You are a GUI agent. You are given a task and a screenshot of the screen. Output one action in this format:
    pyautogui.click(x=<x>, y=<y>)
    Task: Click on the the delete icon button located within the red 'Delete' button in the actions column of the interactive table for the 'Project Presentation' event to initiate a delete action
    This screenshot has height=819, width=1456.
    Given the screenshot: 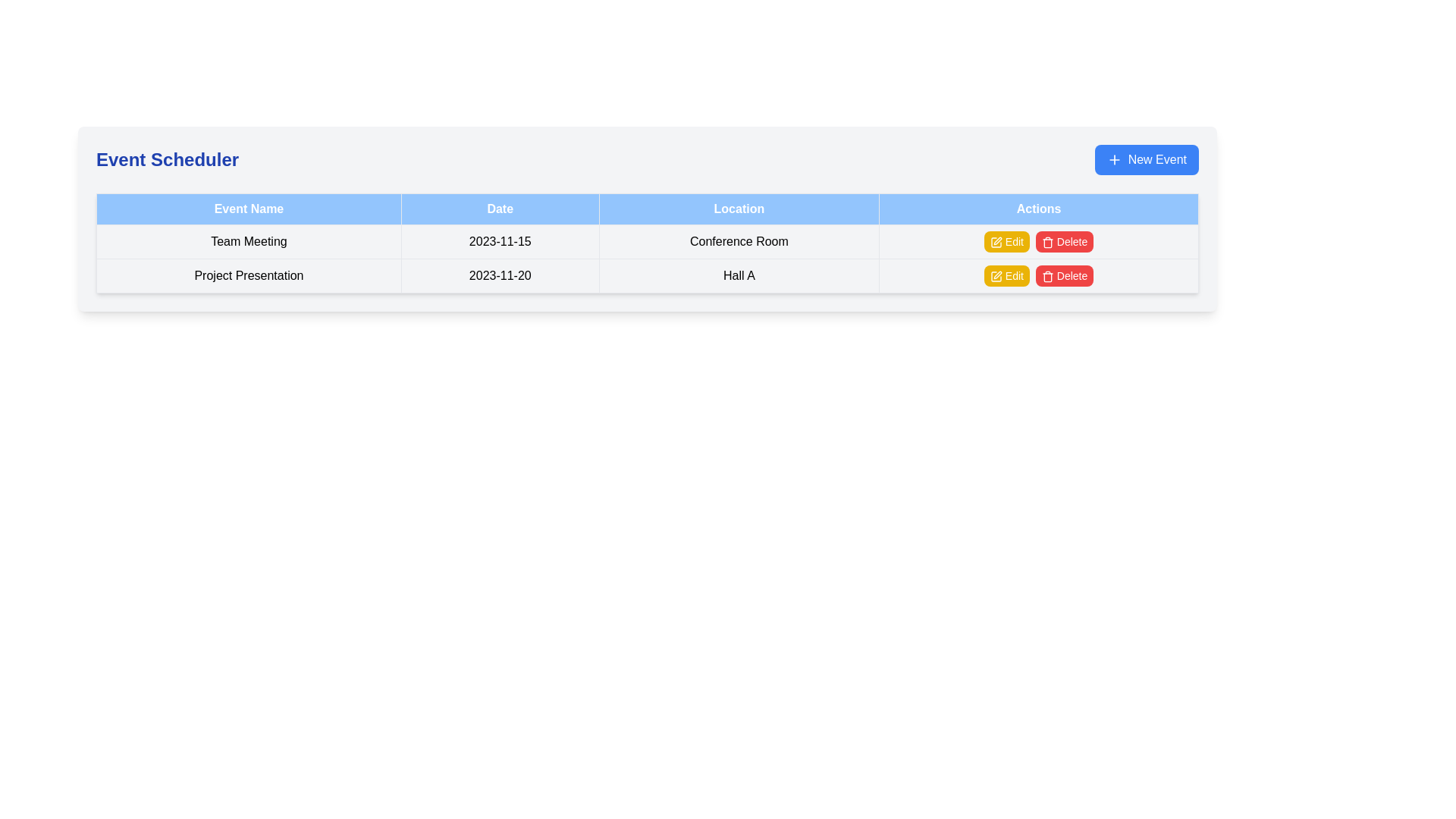 What is the action you would take?
    pyautogui.click(x=1047, y=242)
    